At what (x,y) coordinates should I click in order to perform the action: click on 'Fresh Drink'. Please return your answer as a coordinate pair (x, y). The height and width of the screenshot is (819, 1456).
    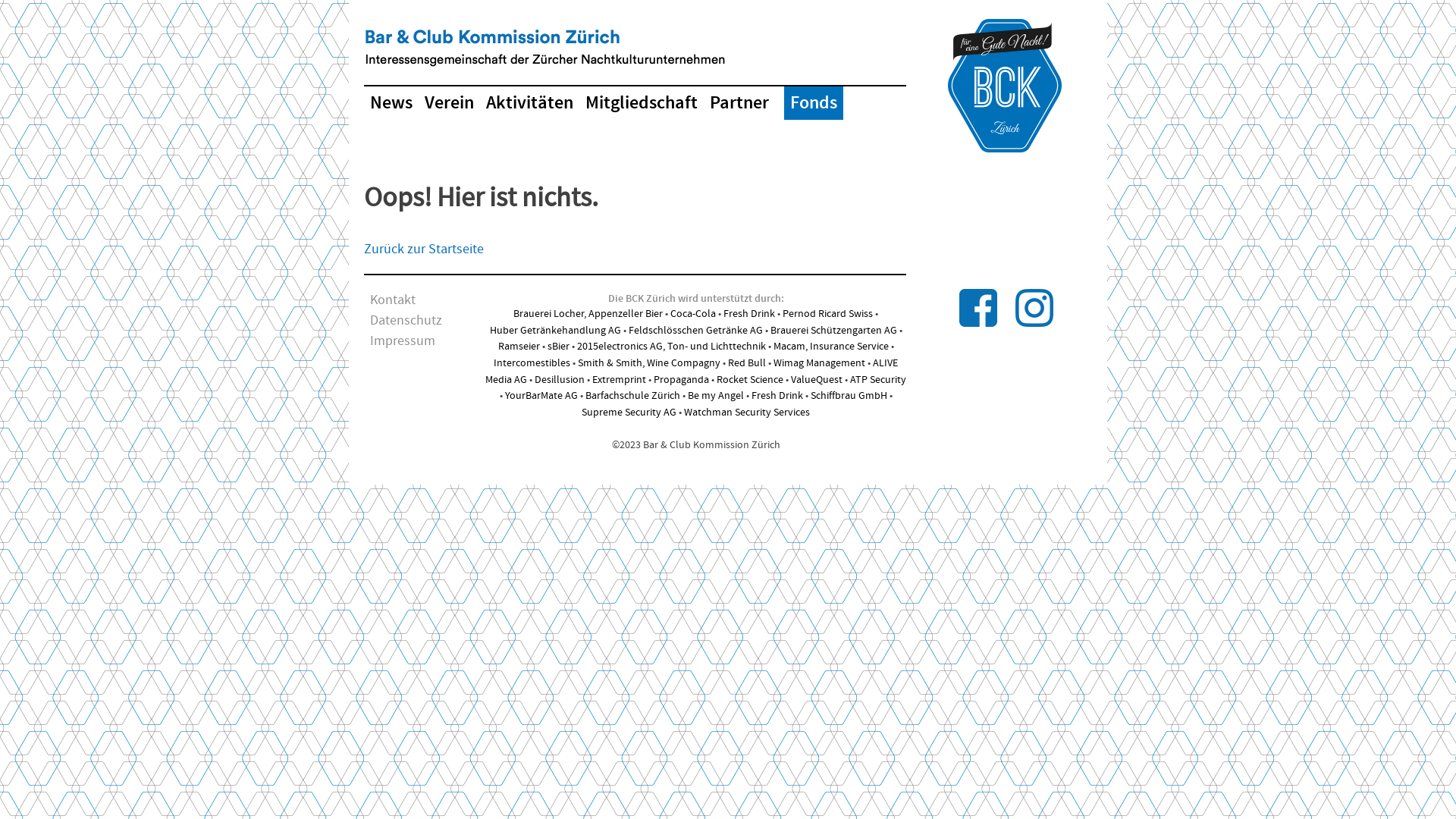
    Looking at the image, I should click on (749, 312).